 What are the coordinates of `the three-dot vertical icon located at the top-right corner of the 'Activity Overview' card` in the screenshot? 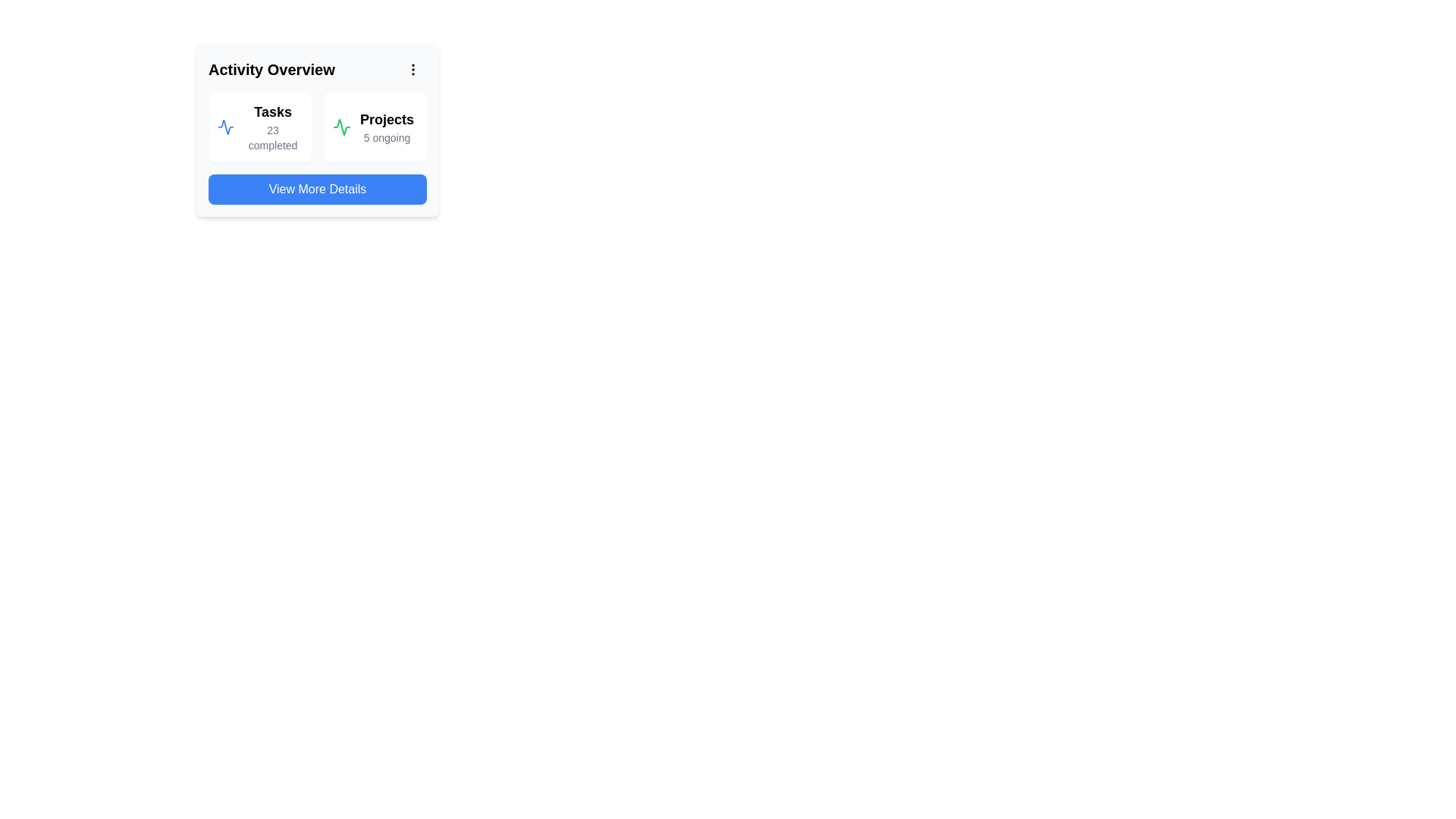 It's located at (413, 70).